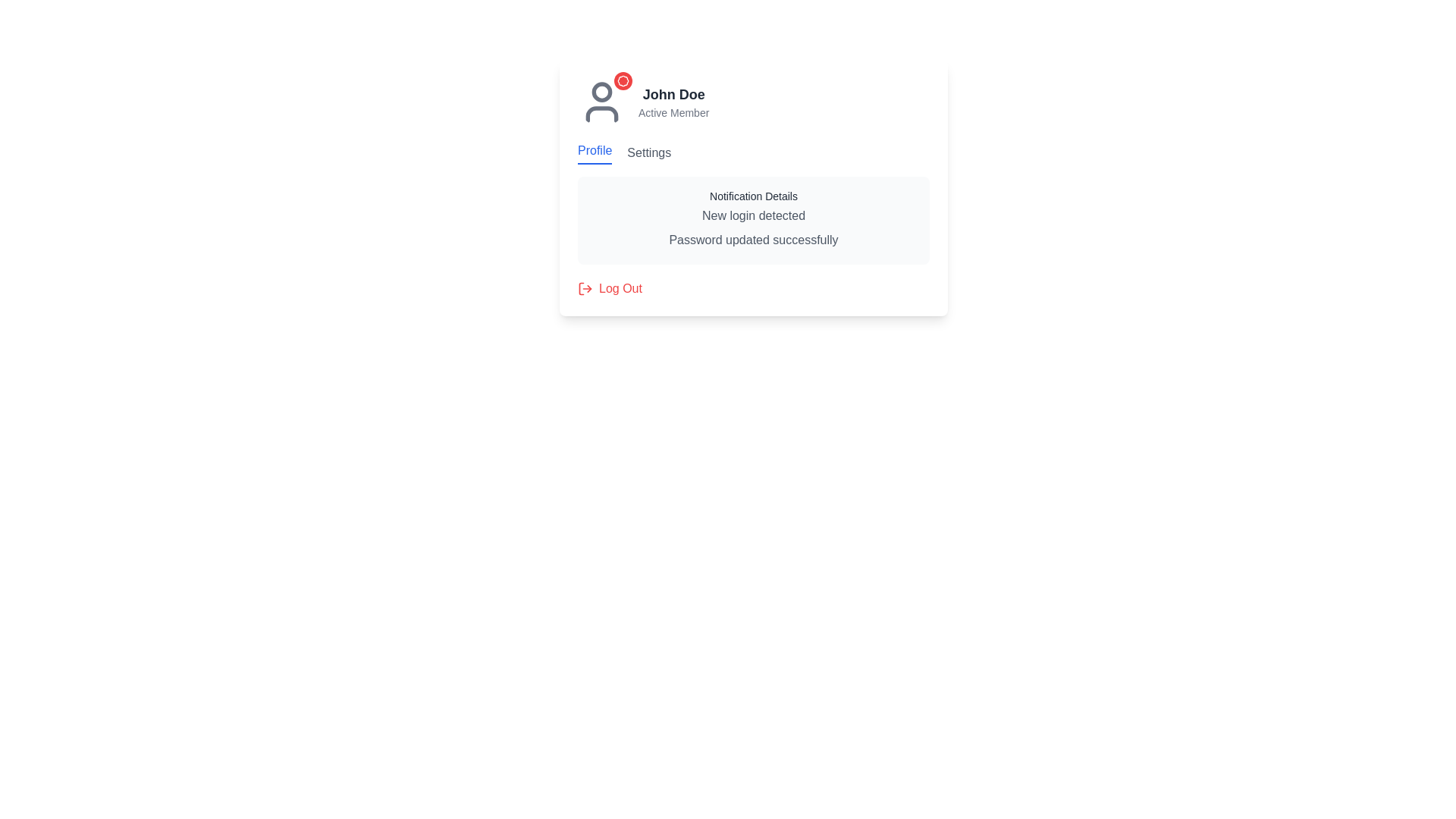 This screenshot has width=1456, height=819. What do you see at coordinates (623, 81) in the screenshot?
I see `the Notification badge located at the upper-right edge of the circular user profile icon, which indicates updates or alerts` at bounding box center [623, 81].